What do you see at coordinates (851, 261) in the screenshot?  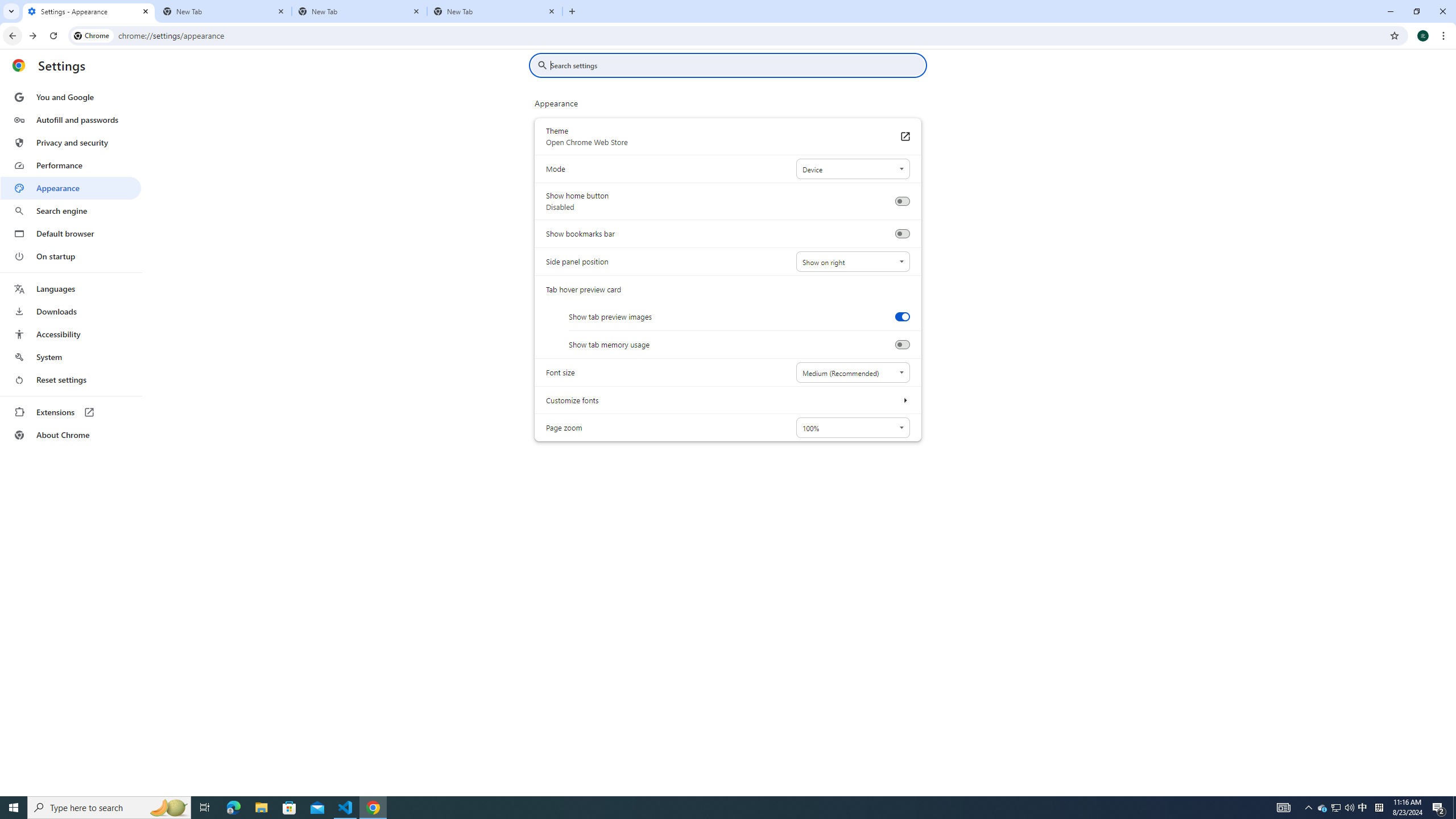 I see `'Side panel position'` at bounding box center [851, 261].